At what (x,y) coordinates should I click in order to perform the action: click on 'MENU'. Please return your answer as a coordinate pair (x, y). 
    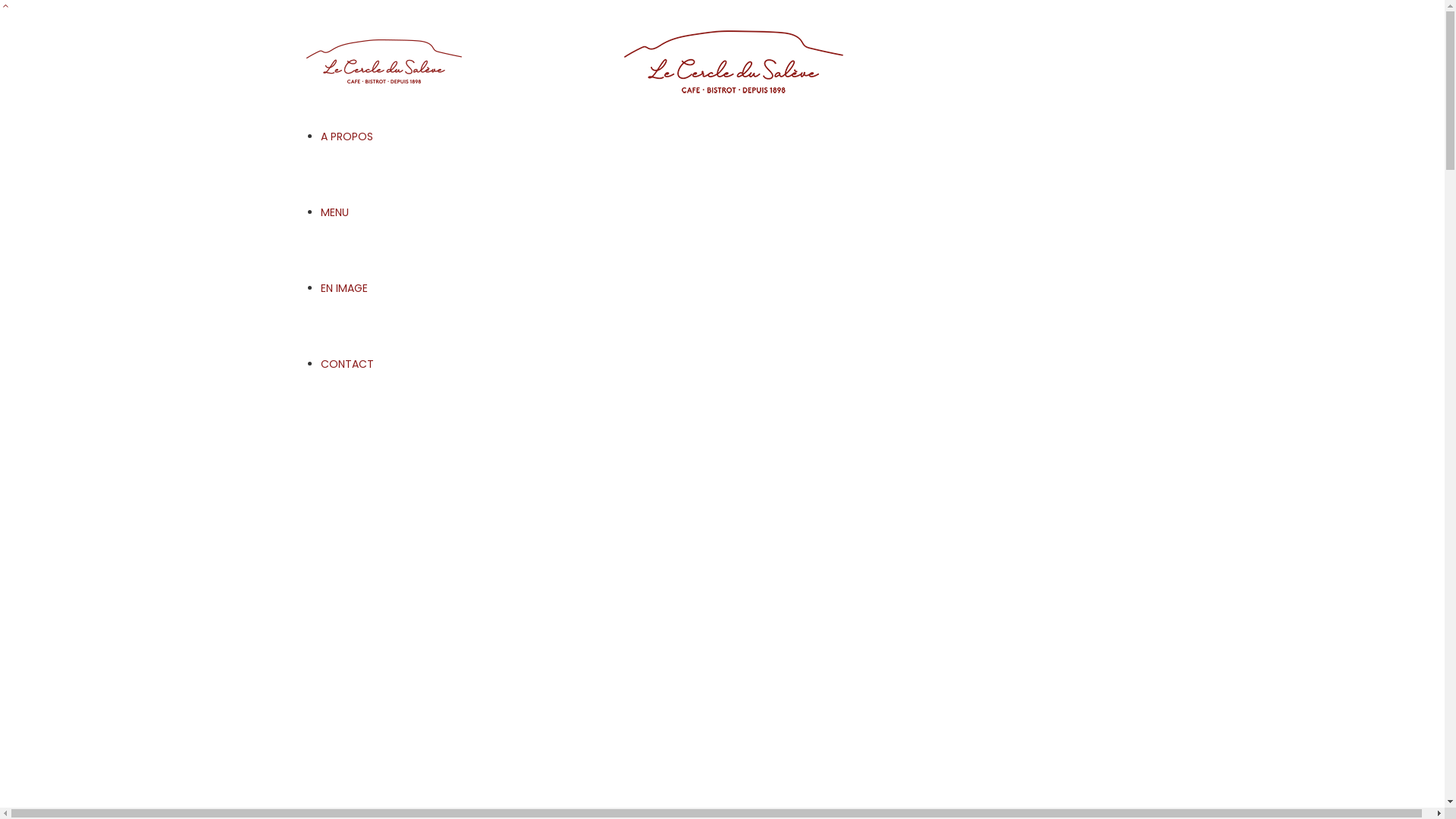
    Looking at the image, I should click on (333, 212).